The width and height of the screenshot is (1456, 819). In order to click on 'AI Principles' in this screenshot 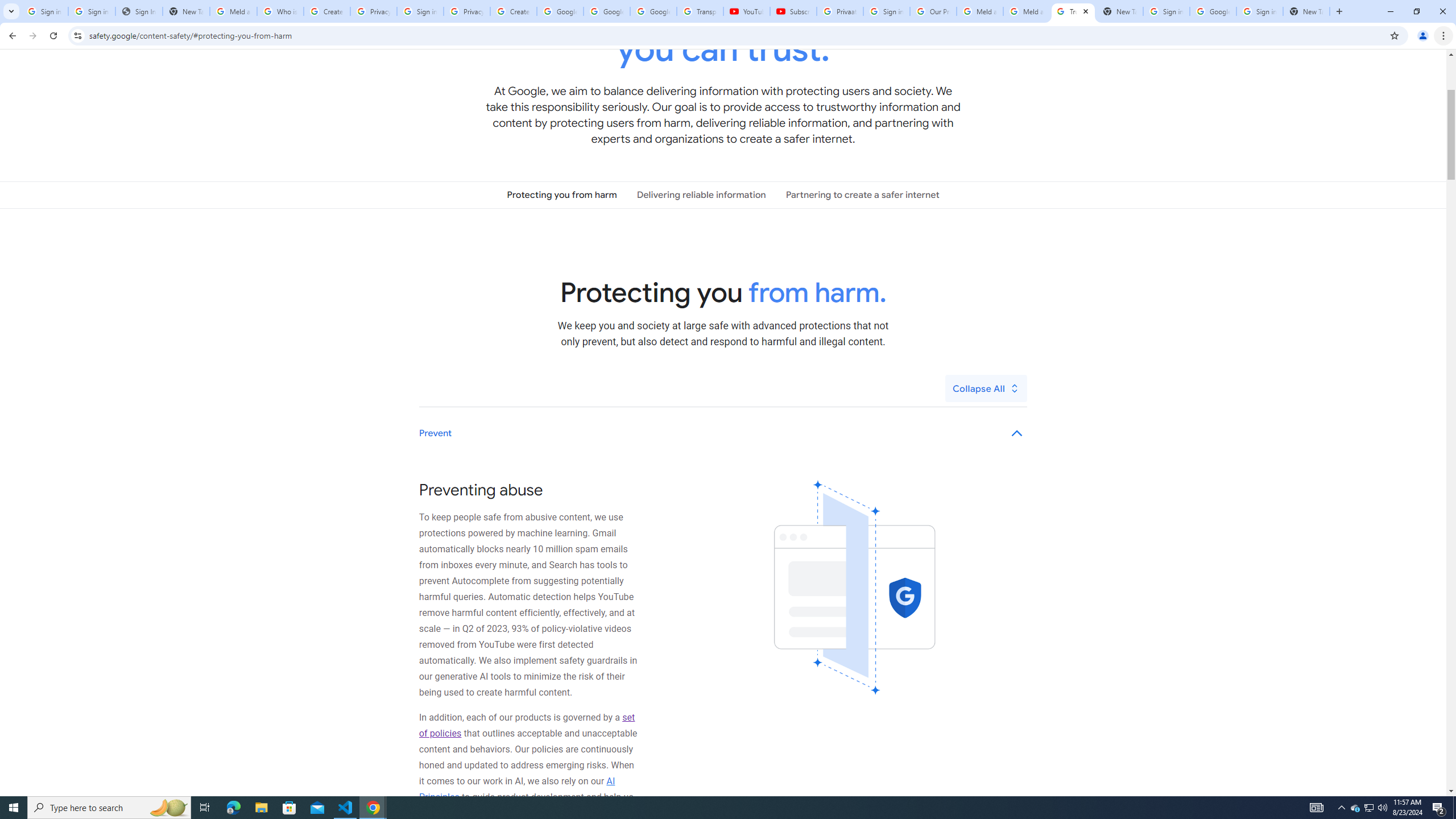, I will do `click(517, 788)`.